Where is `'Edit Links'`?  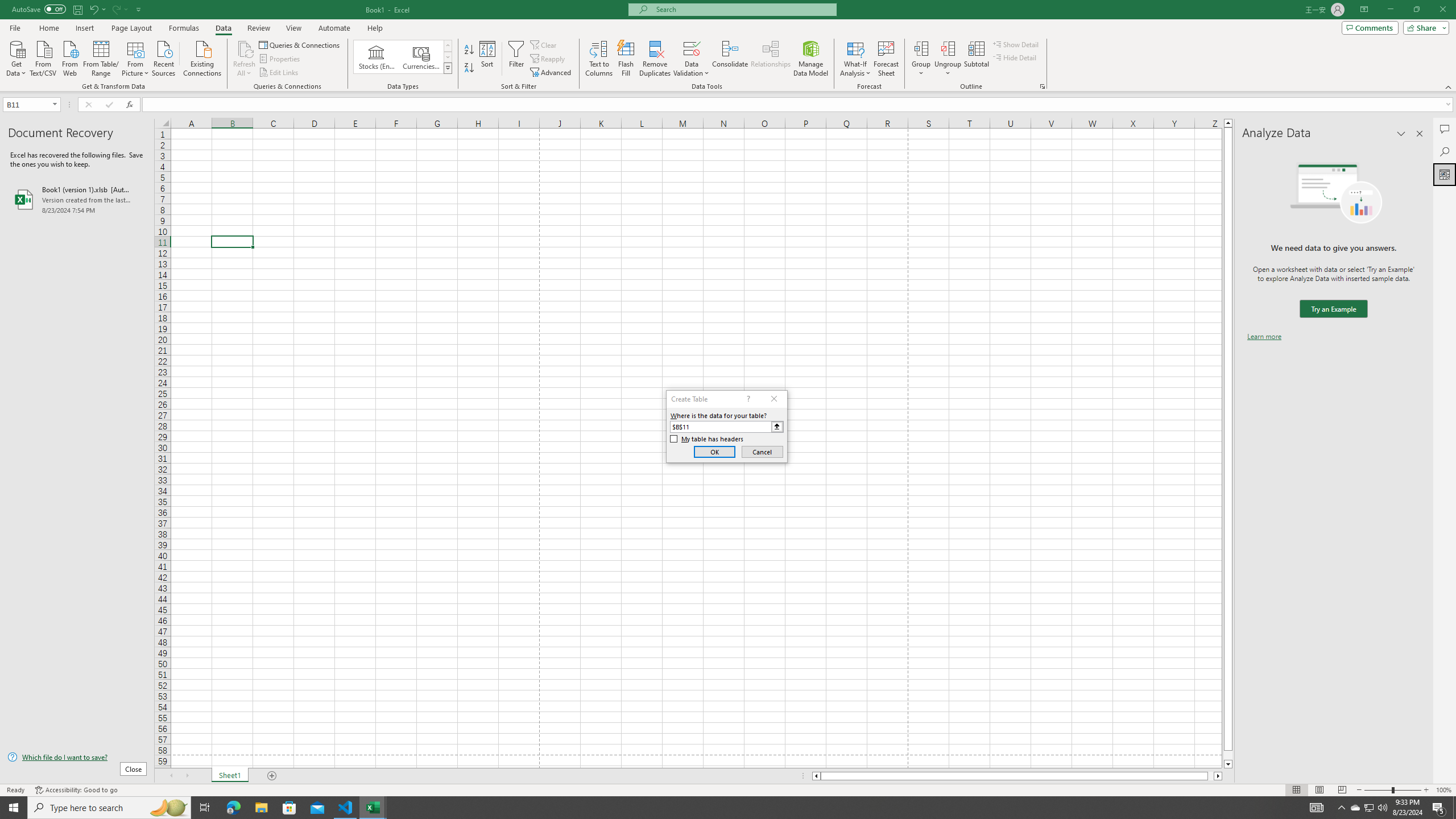
'Edit Links' is located at coordinates (279, 72).